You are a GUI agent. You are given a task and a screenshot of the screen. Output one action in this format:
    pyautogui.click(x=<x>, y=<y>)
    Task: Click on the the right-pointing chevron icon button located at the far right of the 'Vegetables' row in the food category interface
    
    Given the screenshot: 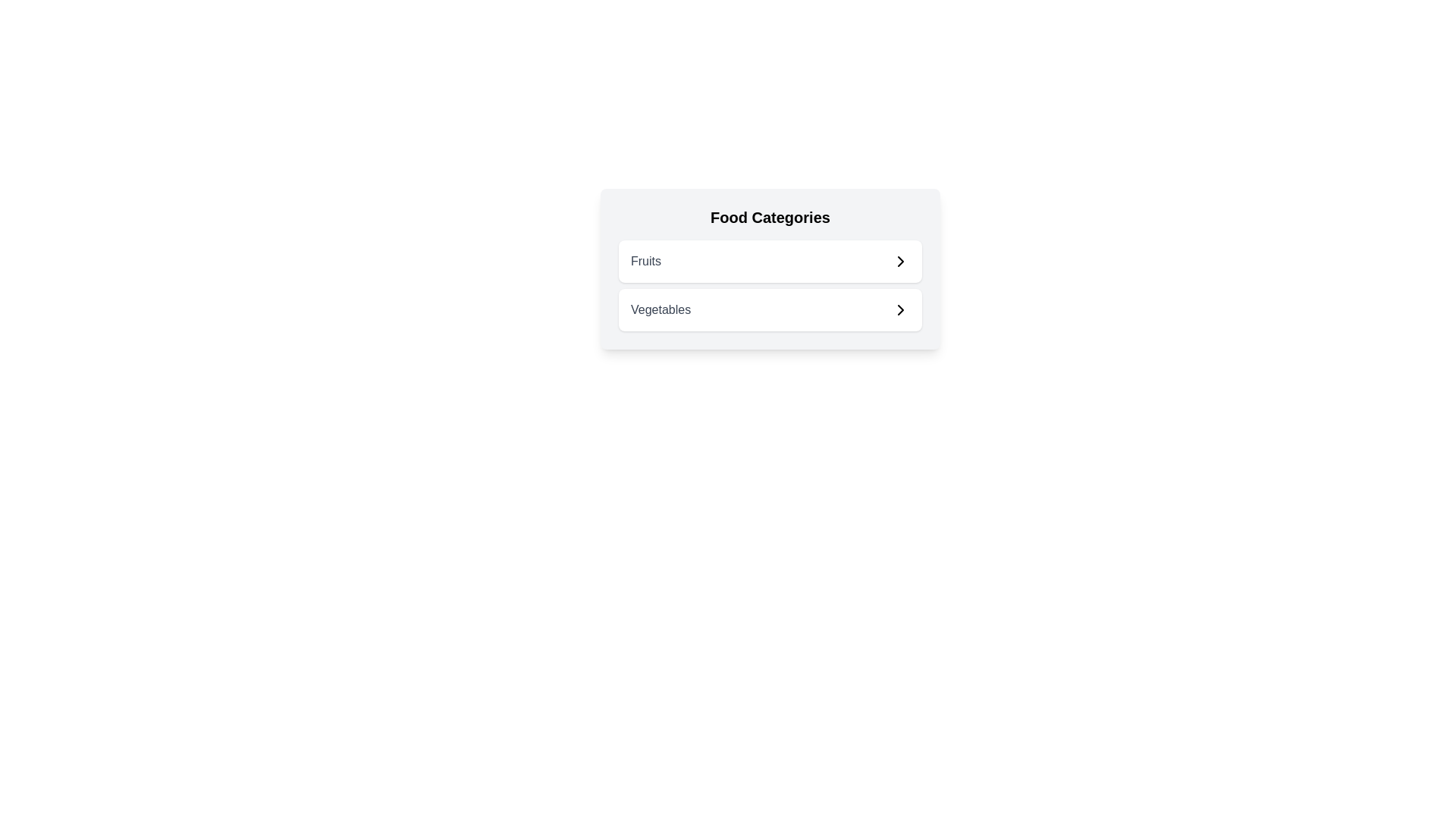 What is the action you would take?
    pyautogui.click(x=901, y=309)
    